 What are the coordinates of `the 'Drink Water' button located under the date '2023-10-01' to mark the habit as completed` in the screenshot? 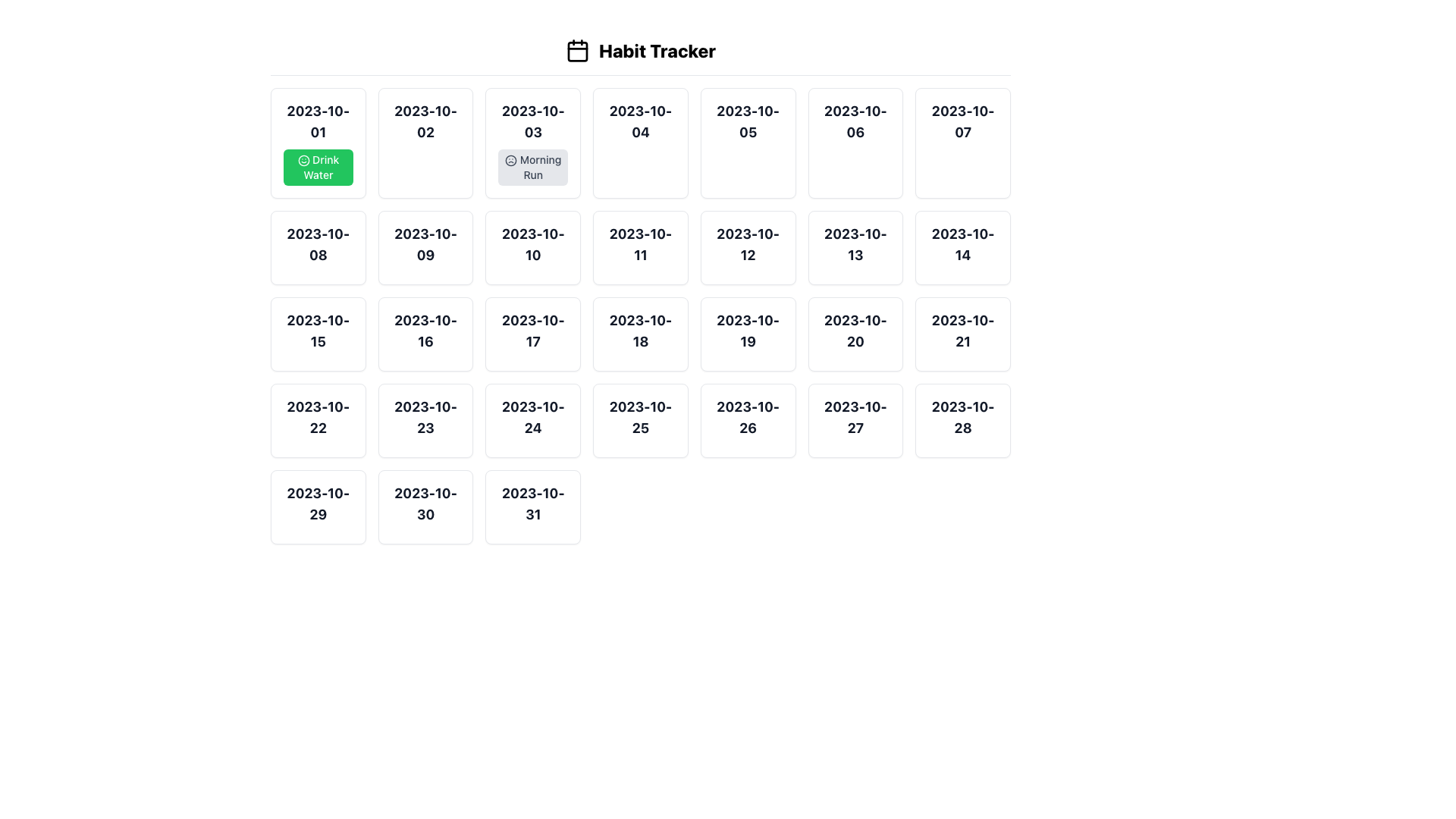 It's located at (317, 167).